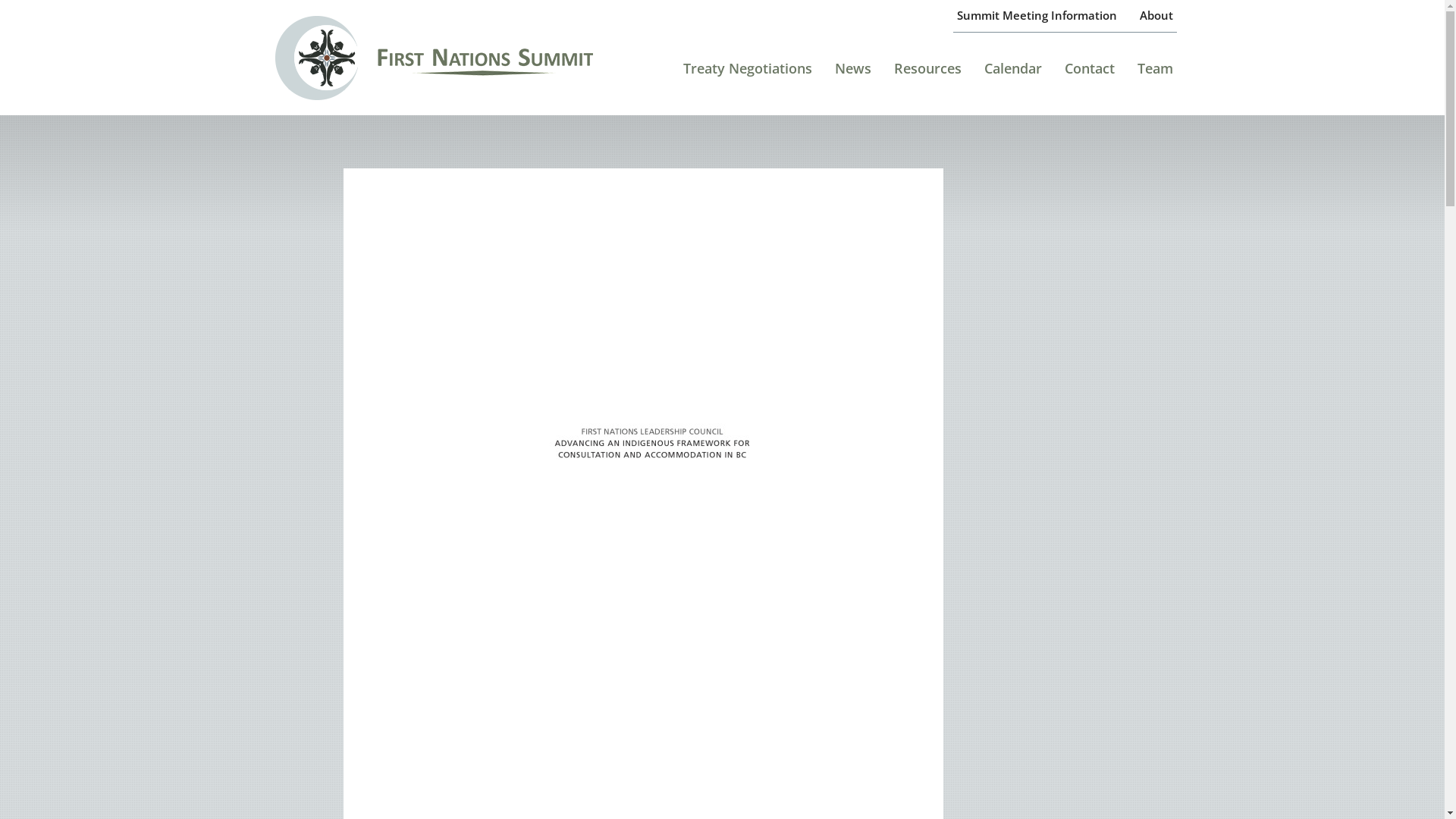 The image size is (1456, 819). What do you see at coordinates (890, 74) in the screenshot?
I see `'Resources'` at bounding box center [890, 74].